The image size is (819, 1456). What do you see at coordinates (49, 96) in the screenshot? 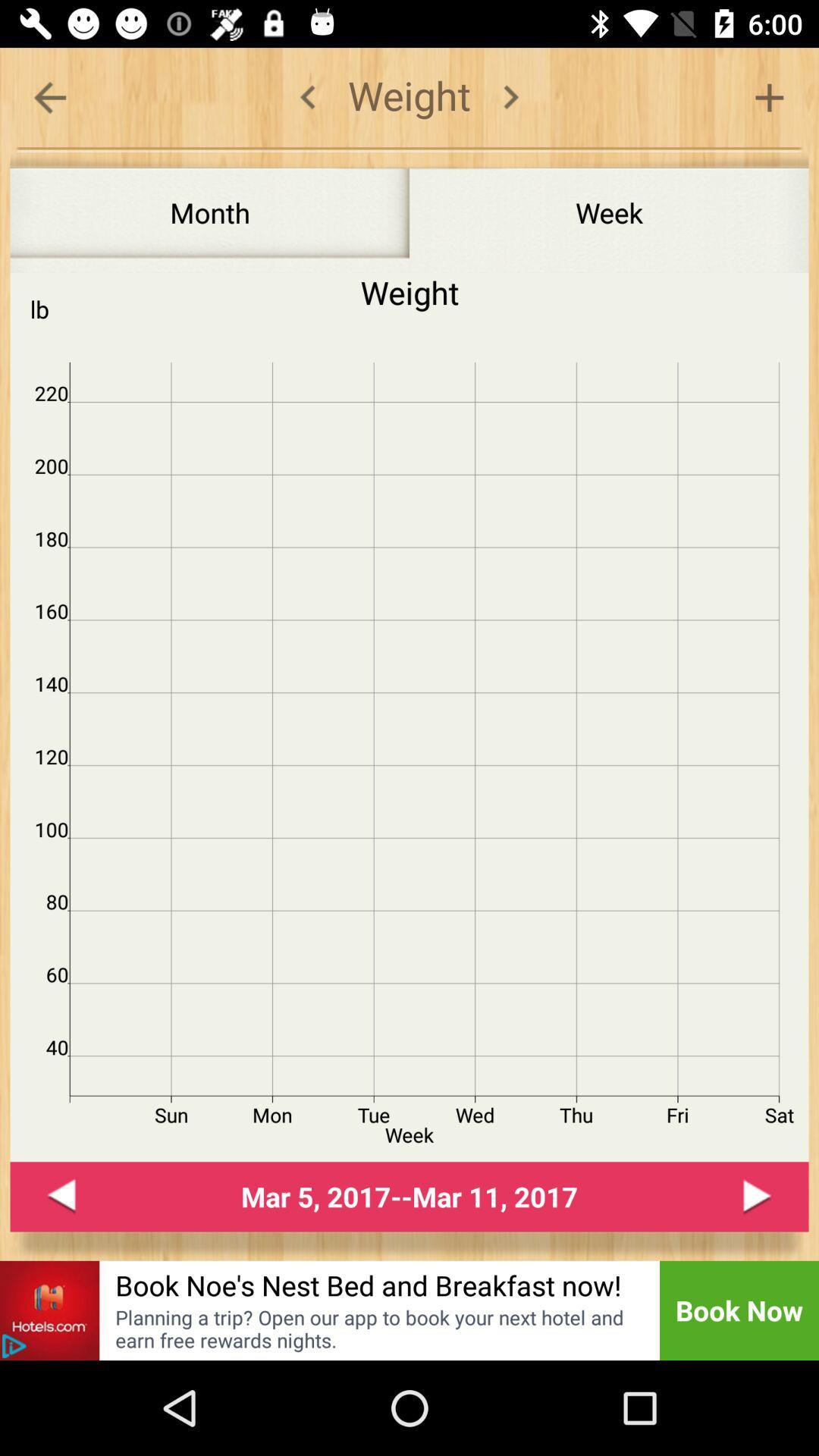
I see `the arrow_backward icon` at bounding box center [49, 96].